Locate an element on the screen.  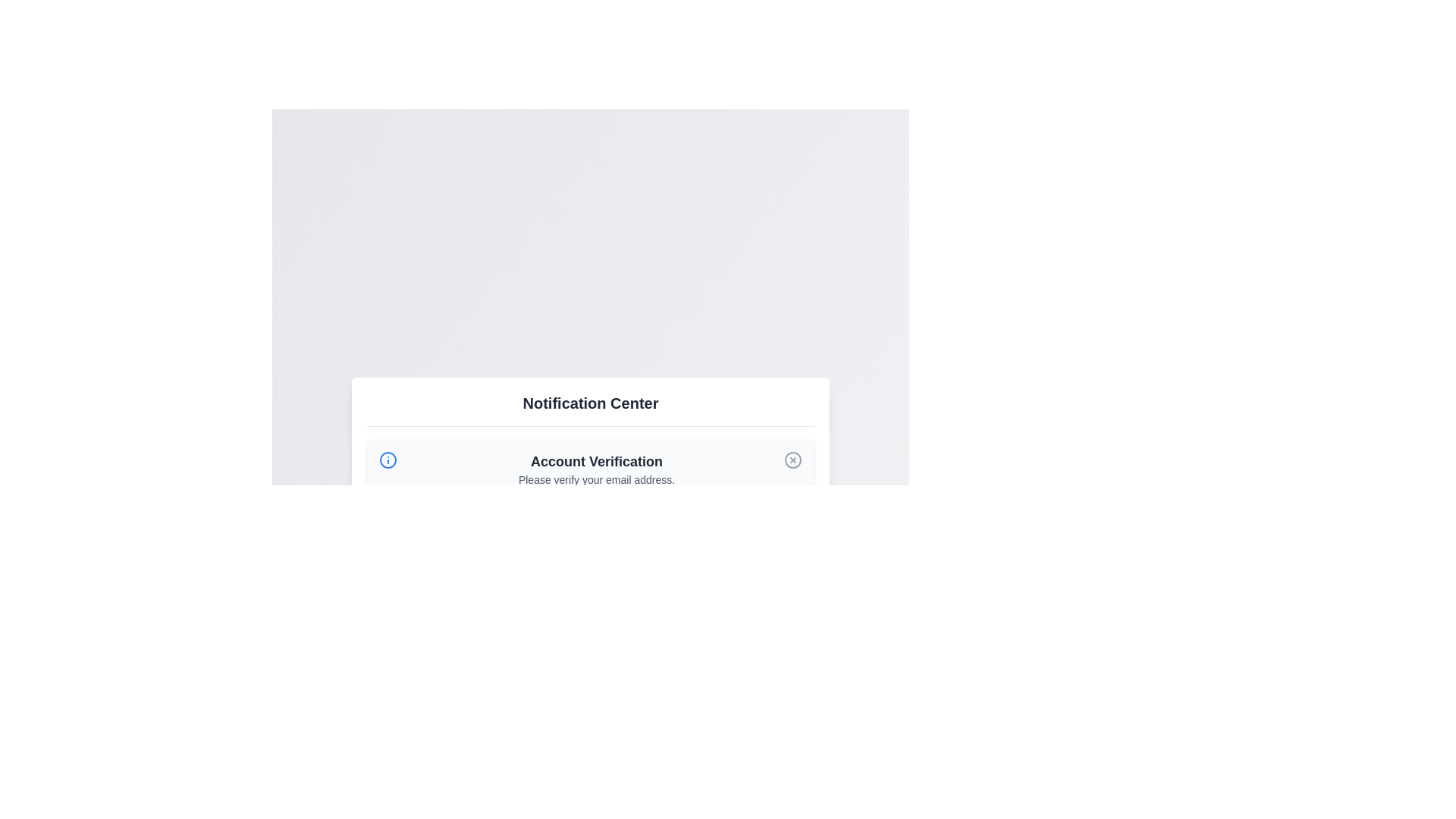
the Text block that serves as a notification to verify the user's email address, located in the central region of the interface just below the 'Notification Center' heading is located at coordinates (596, 467).